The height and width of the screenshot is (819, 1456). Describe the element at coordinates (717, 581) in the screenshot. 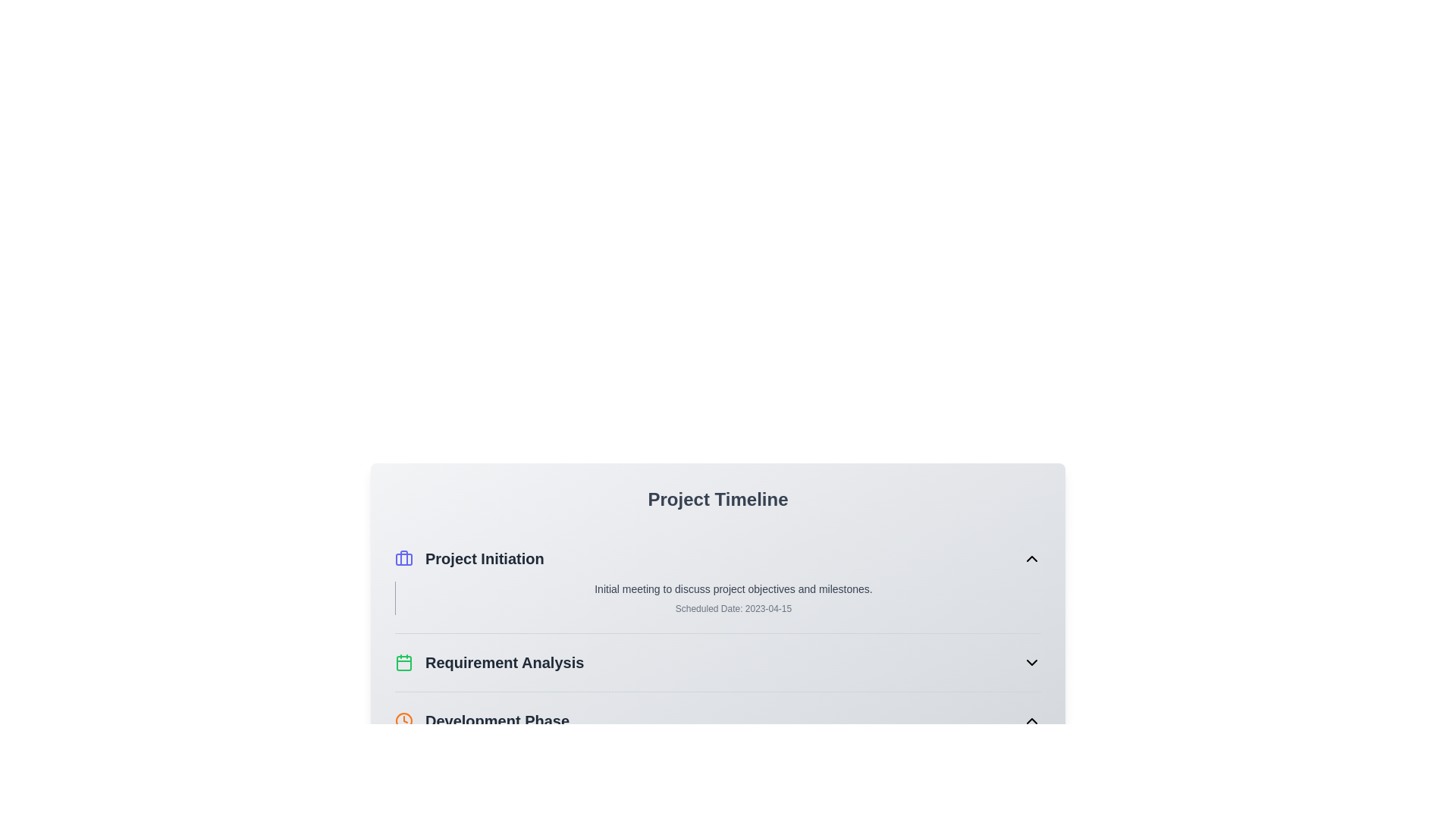

I see `the scheduled date by interacting with the 'Project Initiation' section of the collapsible timeline, which is the first section below 'Project Timeline'` at that location.